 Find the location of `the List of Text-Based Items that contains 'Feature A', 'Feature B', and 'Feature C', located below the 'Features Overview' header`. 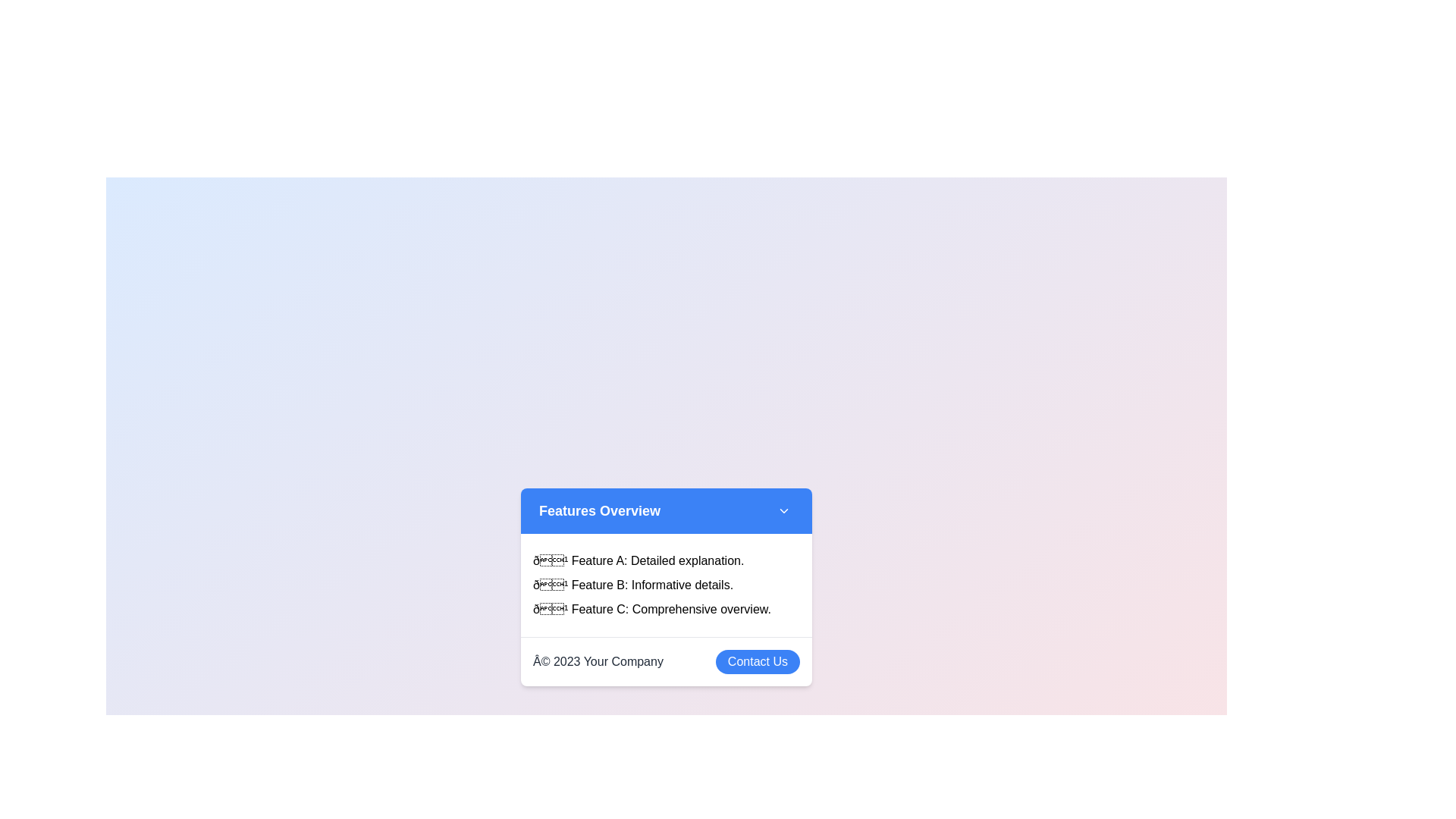

the List of Text-Based Items that contains 'Feature A', 'Feature B', and 'Feature C', located below the 'Features Overview' header is located at coordinates (666, 584).